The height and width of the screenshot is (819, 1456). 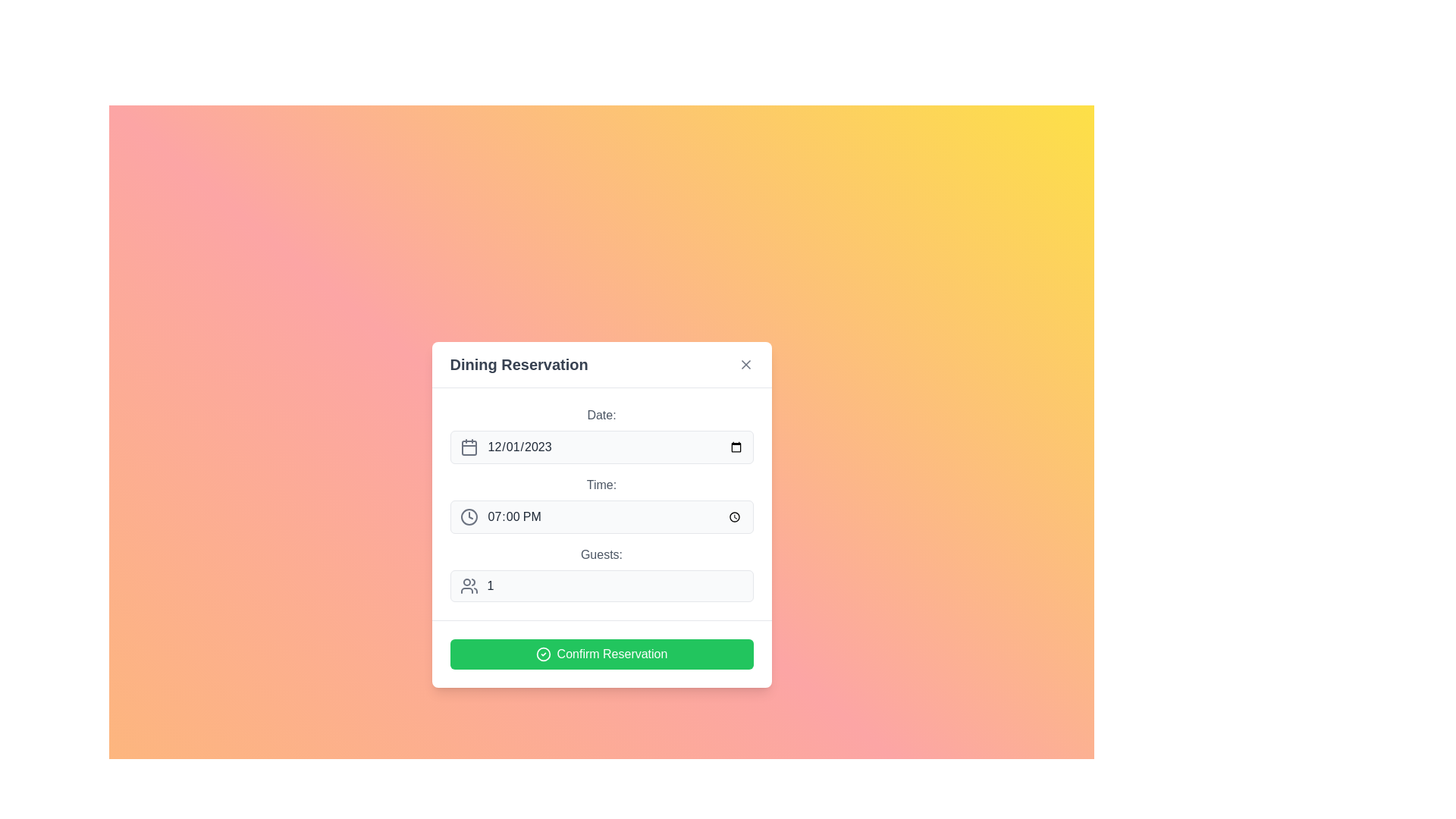 What do you see at coordinates (601, 653) in the screenshot?
I see `the confirmation button at the bottom of the 'Dining Reservation' dialog box to confirm the reservation` at bounding box center [601, 653].